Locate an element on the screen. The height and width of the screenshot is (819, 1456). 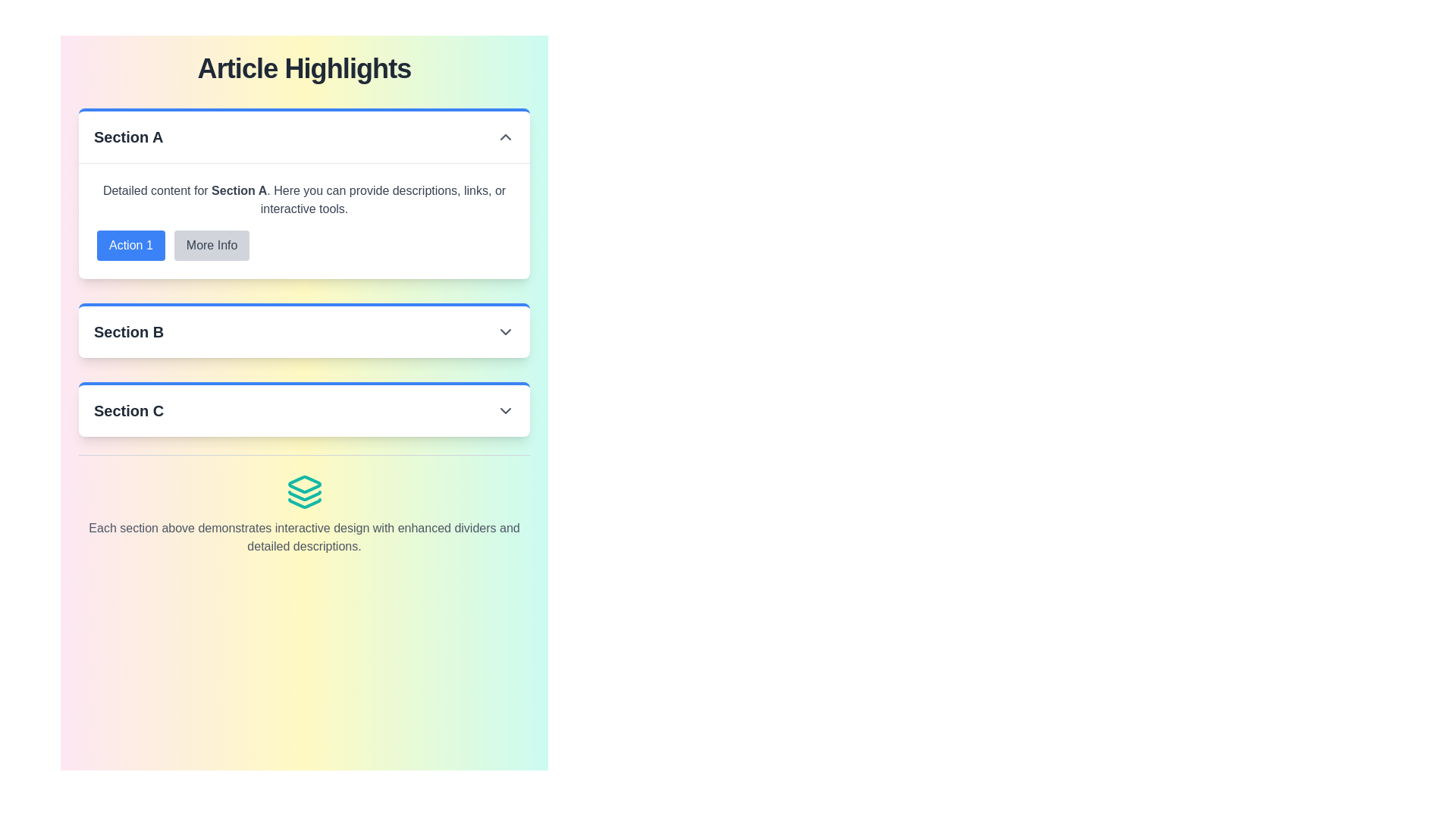
the teal graphical vector icon segment, which is the third and bottom-most segment in the stack-like icon located in the lower-center of the page is located at coordinates (303, 503).